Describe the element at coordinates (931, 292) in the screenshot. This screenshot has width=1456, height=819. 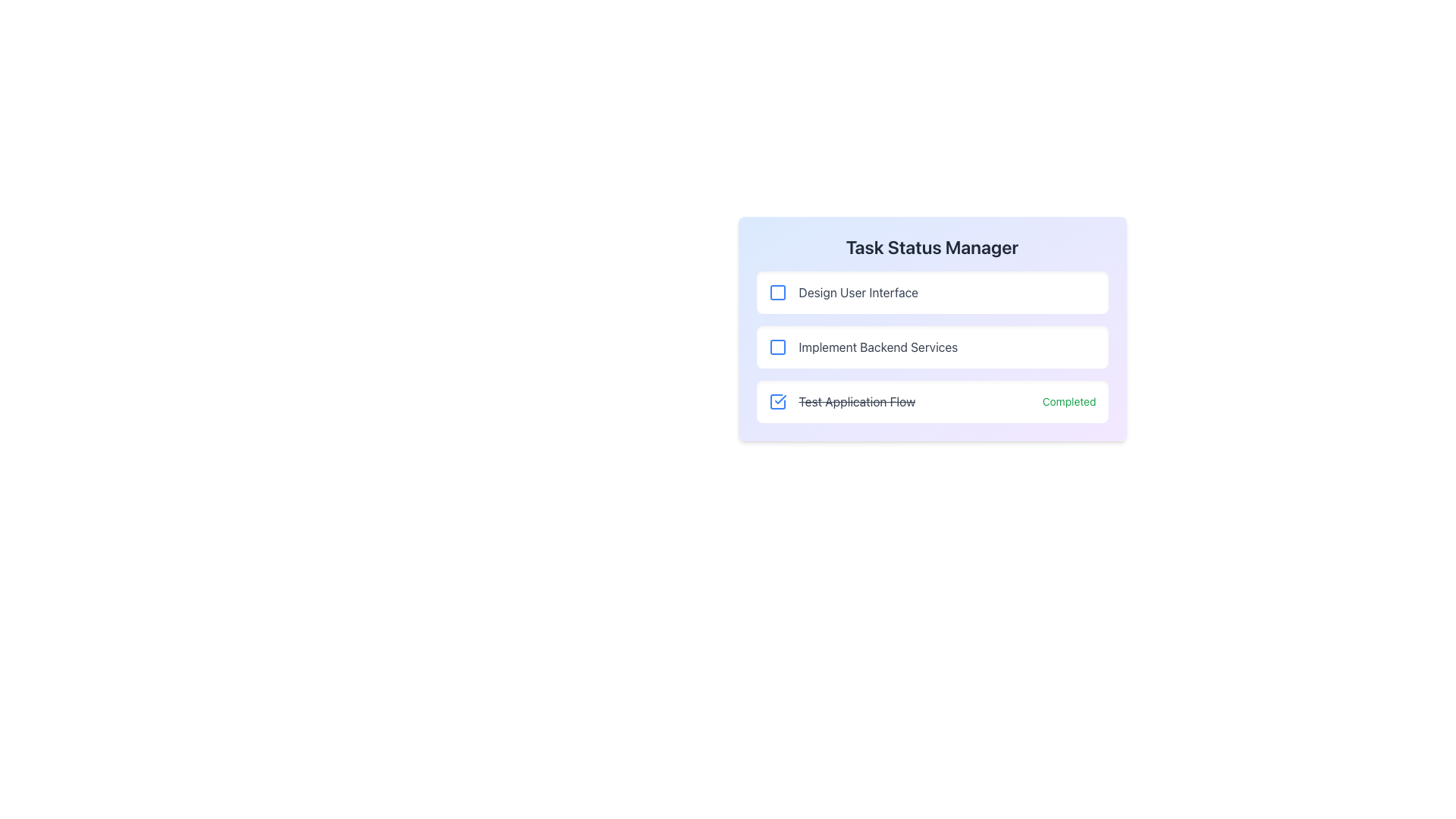
I see `the blue square checkbox of the list item labeled 'Design User Interface'` at that location.